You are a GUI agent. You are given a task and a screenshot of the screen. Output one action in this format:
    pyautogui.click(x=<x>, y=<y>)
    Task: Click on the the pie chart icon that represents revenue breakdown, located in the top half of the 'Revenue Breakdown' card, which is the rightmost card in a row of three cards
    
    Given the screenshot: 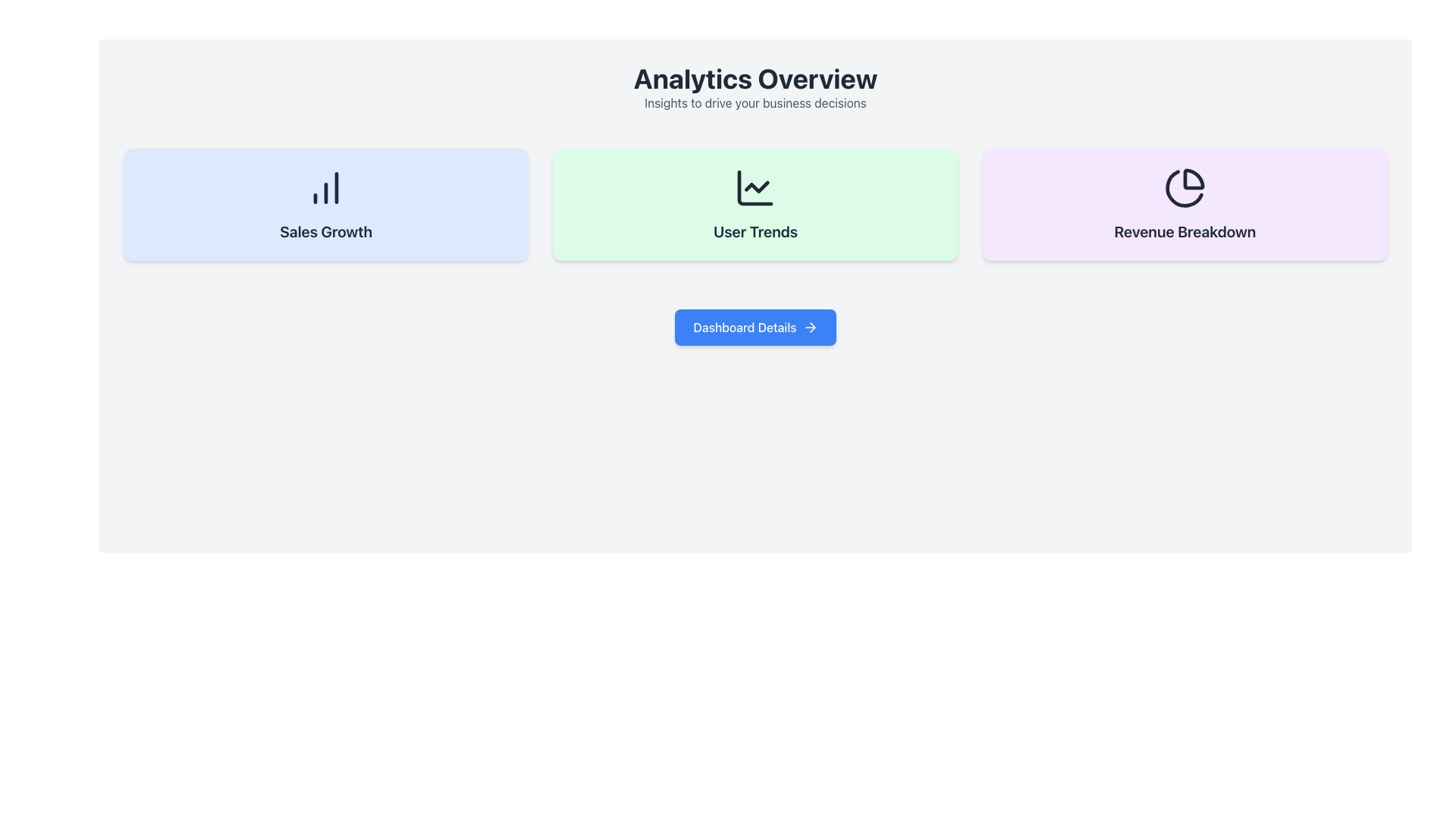 What is the action you would take?
    pyautogui.click(x=1184, y=187)
    